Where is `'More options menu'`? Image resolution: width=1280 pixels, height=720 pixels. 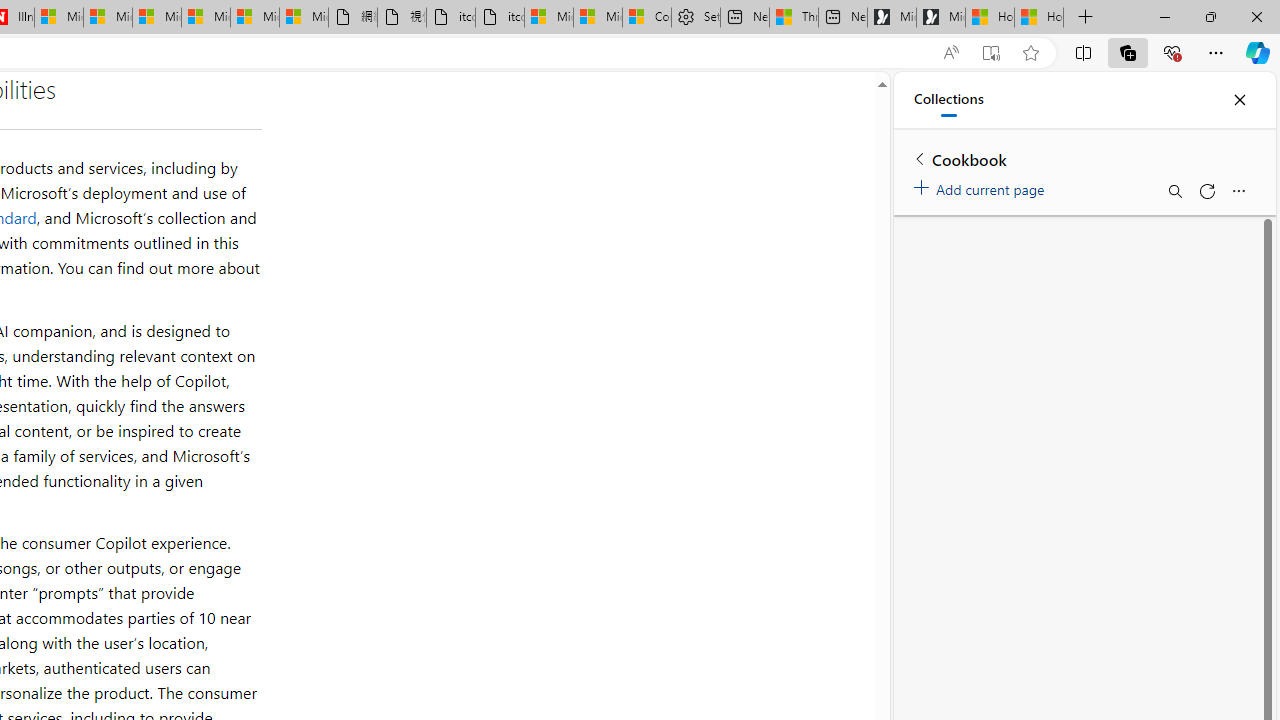
'More options menu' is located at coordinates (1237, 191).